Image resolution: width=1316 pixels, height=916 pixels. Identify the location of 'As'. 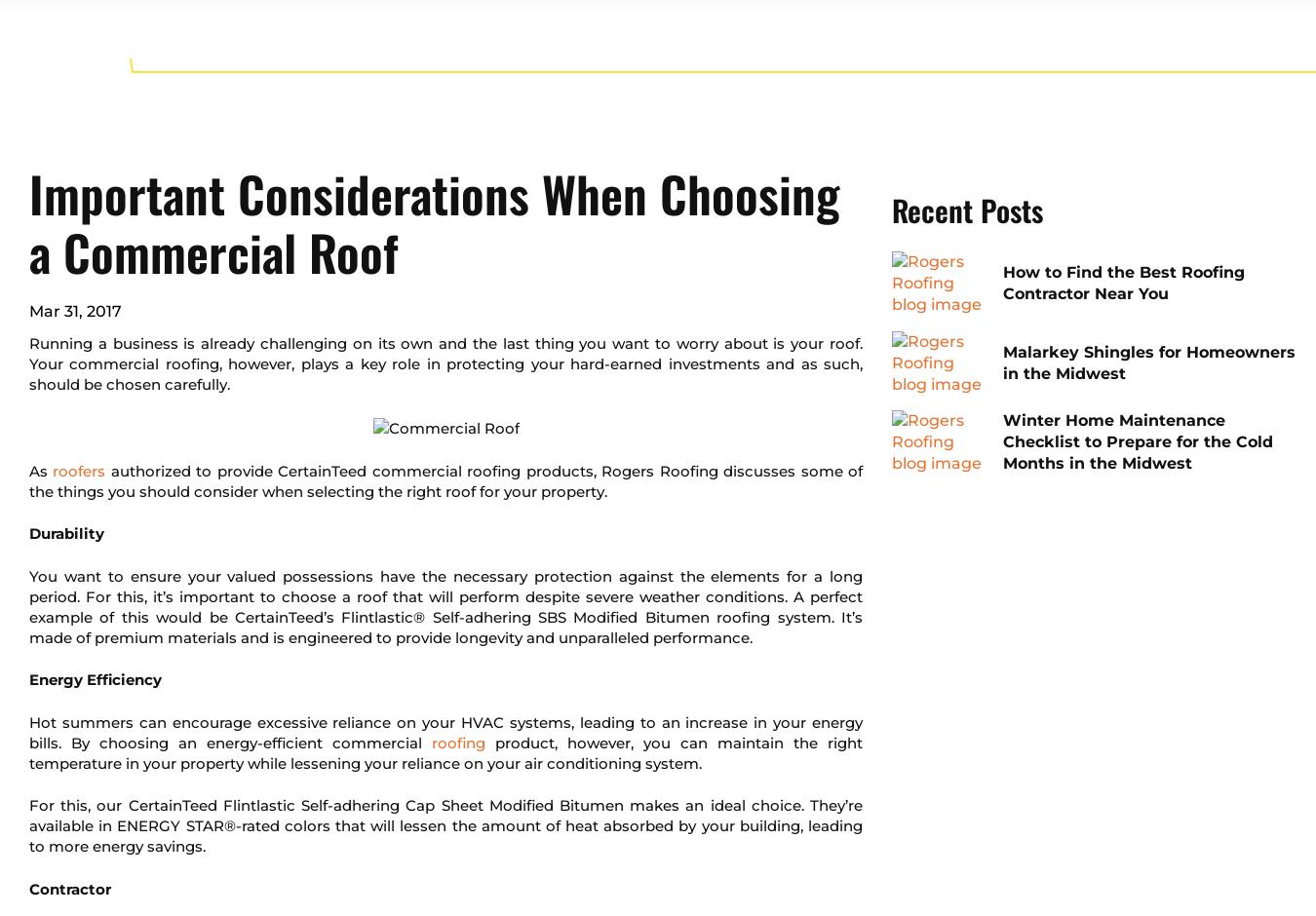
(39, 470).